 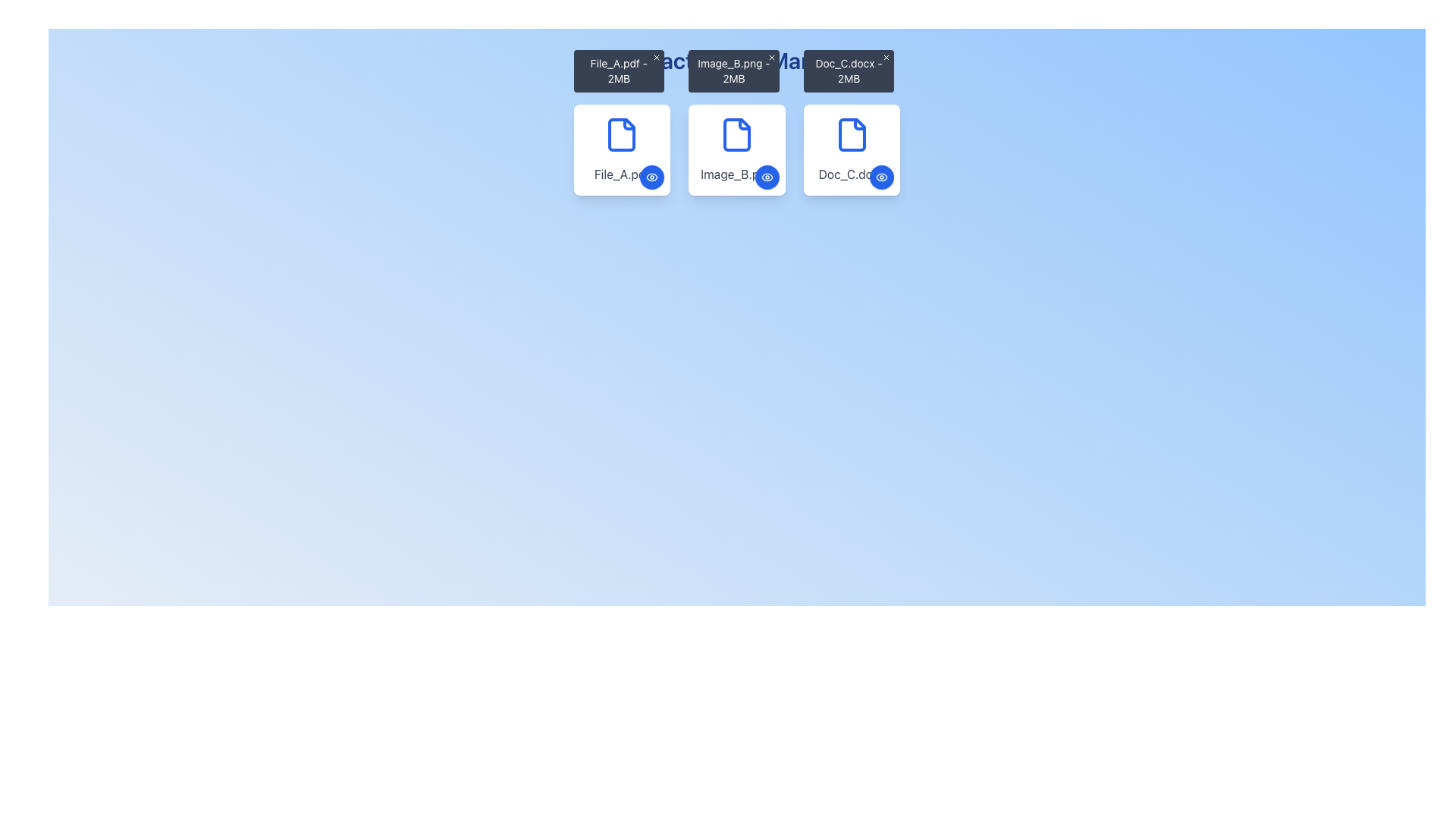 What do you see at coordinates (881, 177) in the screenshot?
I see `the eye icon button` at bounding box center [881, 177].